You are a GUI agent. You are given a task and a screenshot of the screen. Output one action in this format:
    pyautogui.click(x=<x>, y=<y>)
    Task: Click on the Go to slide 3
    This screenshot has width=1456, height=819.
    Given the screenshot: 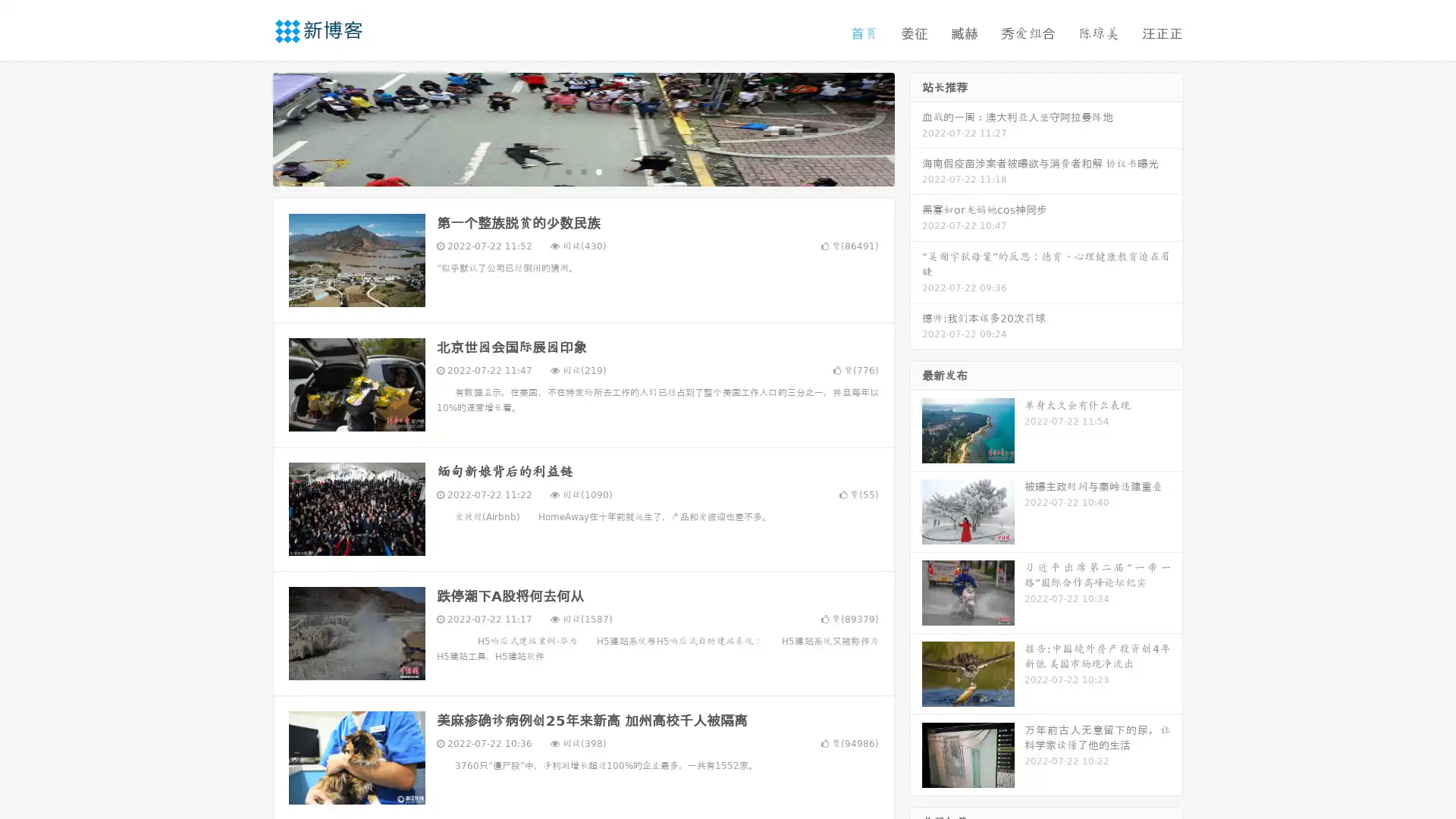 What is the action you would take?
    pyautogui.click(x=598, y=171)
    